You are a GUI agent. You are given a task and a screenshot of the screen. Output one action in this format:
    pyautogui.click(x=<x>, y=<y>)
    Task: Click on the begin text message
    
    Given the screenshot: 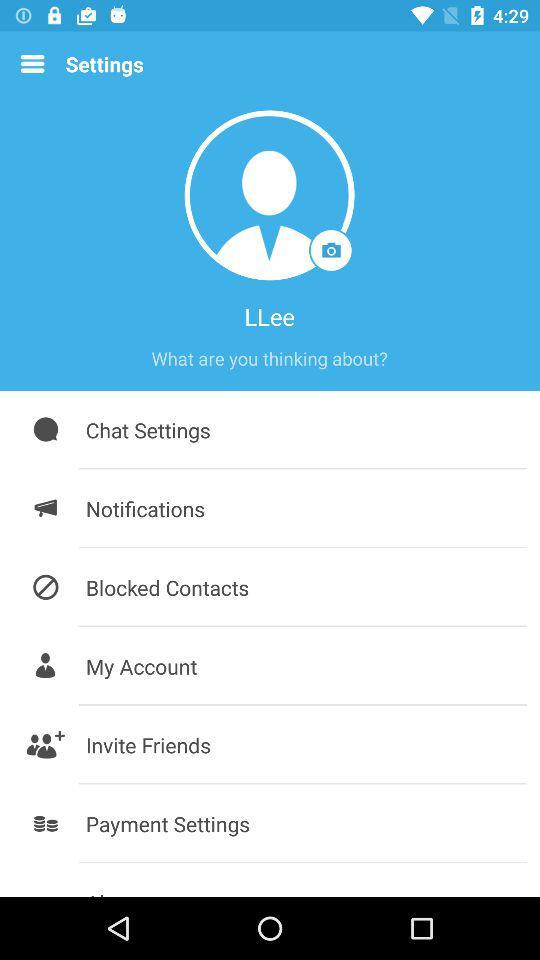 What is the action you would take?
    pyautogui.click(x=269, y=358)
    